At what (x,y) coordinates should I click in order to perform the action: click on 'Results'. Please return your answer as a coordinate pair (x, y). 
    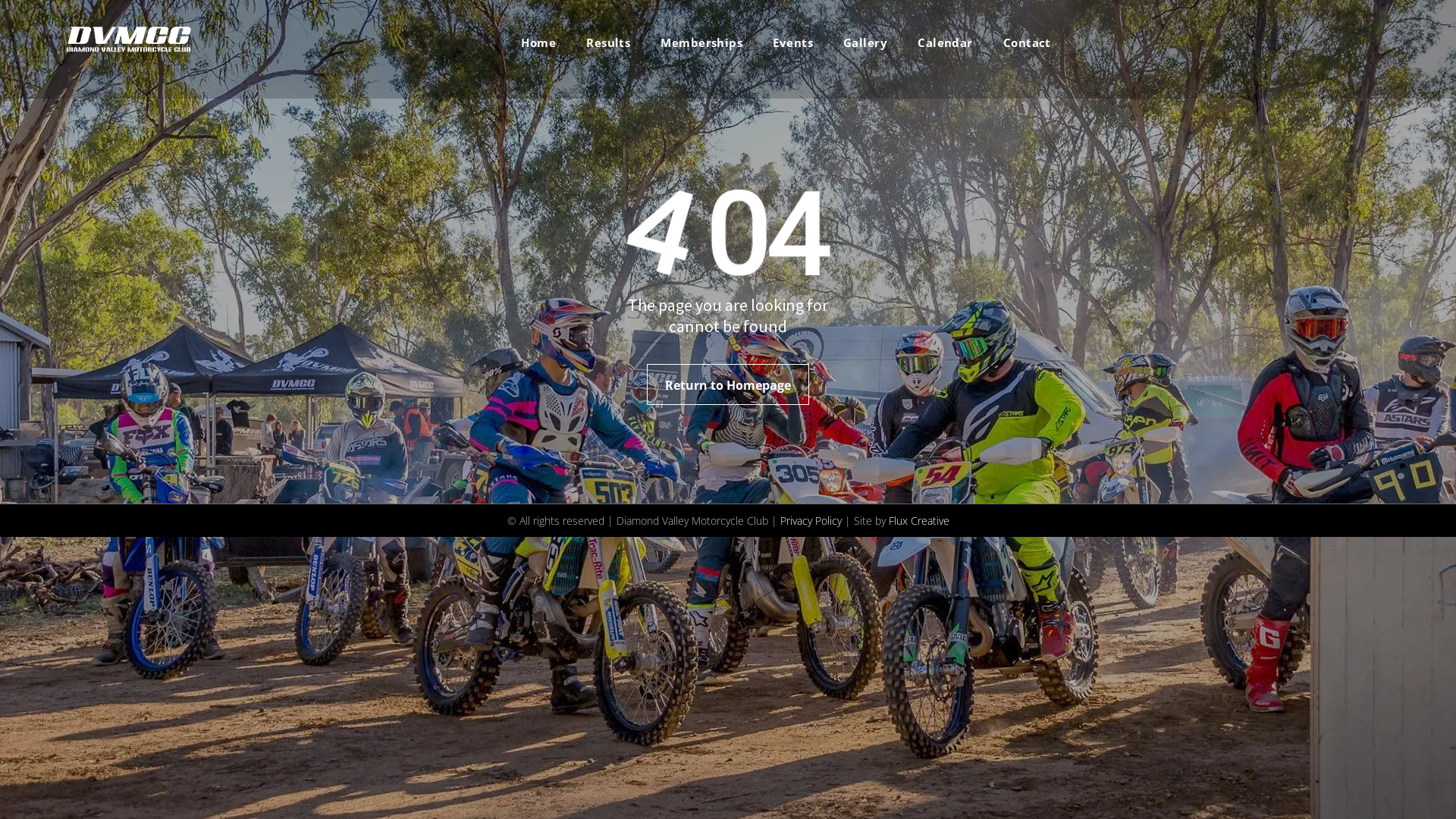
    Looking at the image, I should click on (607, 42).